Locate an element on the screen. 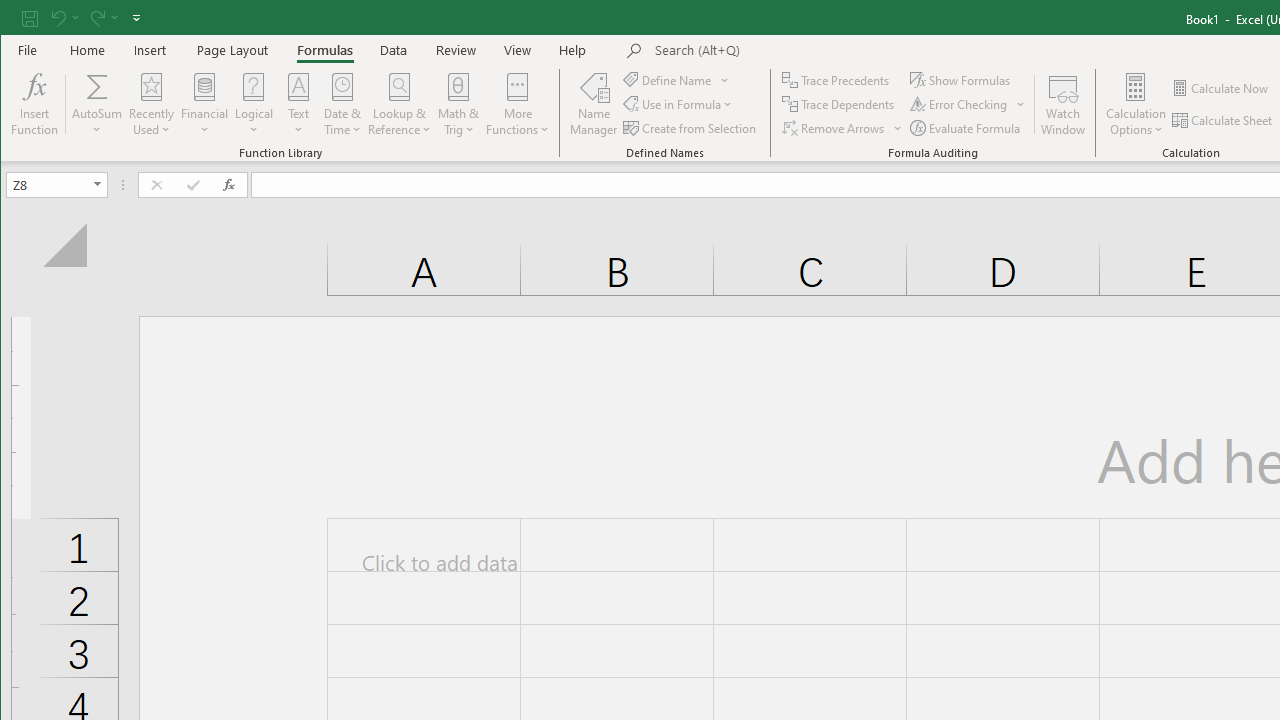 The image size is (1280, 720). 'Date & Time' is located at coordinates (343, 104).